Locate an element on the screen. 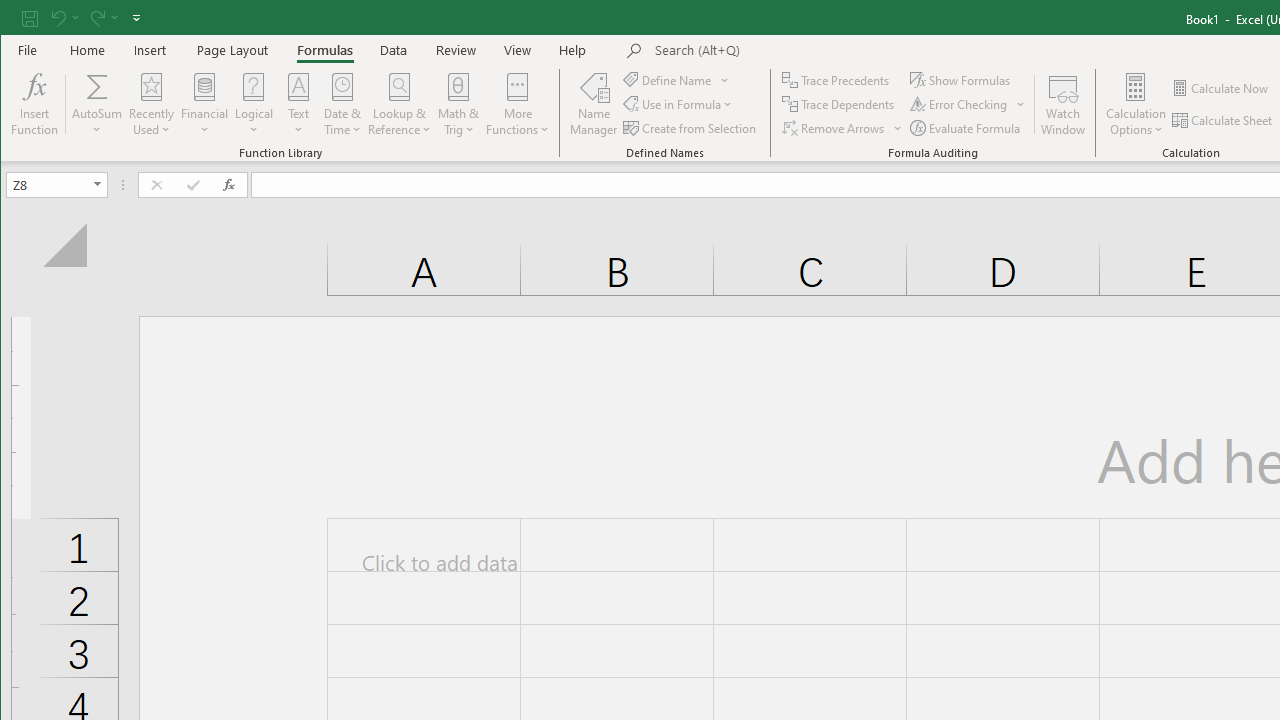 The image size is (1280, 720). 'Date & Time' is located at coordinates (343, 104).